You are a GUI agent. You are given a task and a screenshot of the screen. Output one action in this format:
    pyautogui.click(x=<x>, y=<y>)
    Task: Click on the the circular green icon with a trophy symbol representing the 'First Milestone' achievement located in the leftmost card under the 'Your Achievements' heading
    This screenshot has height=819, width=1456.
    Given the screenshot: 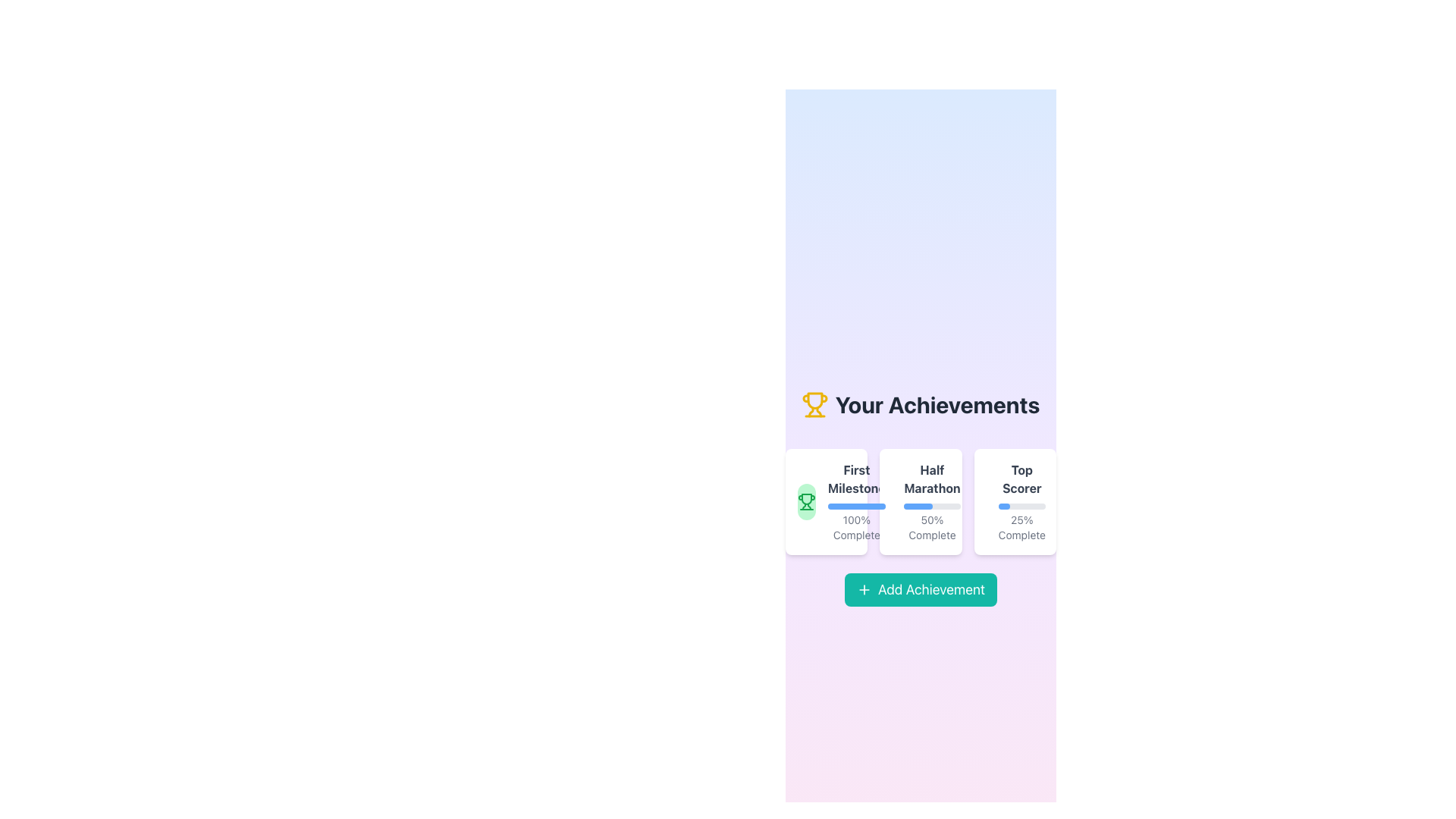 What is the action you would take?
    pyautogui.click(x=806, y=502)
    